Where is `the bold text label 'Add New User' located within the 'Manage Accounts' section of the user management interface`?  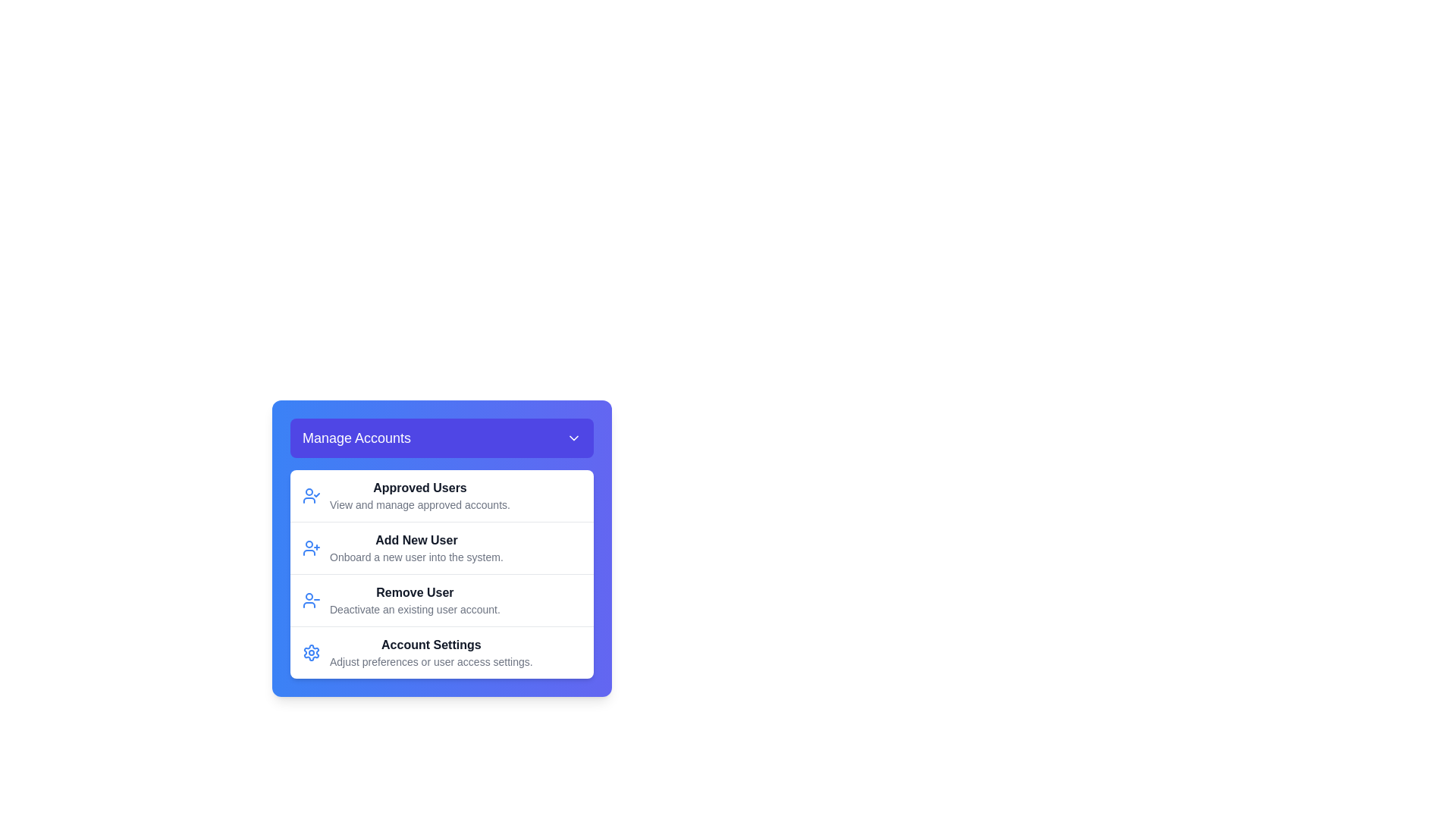 the bold text label 'Add New User' located within the 'Manage Accounts' section of the user management interface is located at coordinates (416, 540).